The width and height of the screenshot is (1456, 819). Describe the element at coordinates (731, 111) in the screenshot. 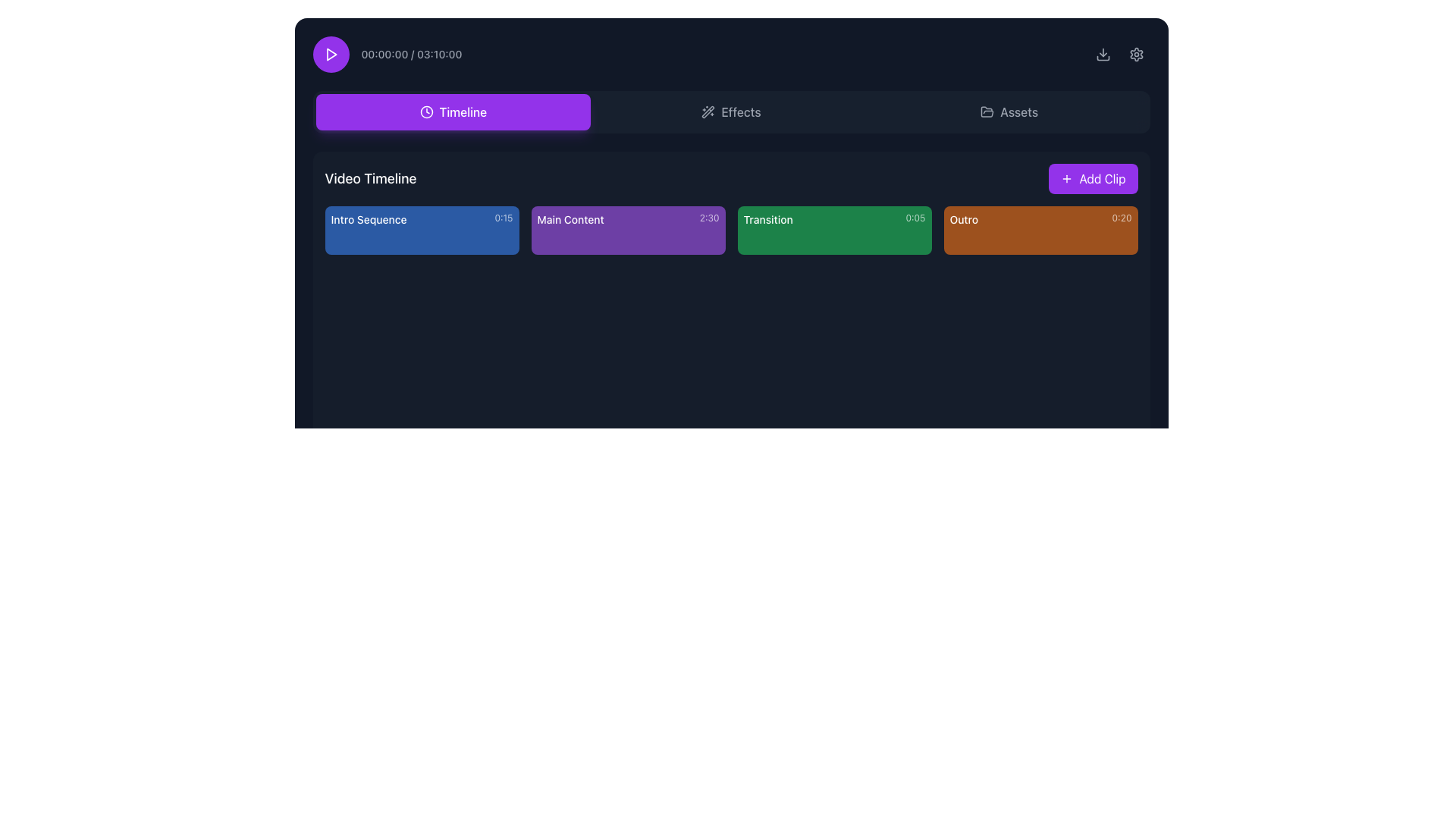

I see `the 'Effects' button, which is the second button in a group of three in the header interface` at that location.